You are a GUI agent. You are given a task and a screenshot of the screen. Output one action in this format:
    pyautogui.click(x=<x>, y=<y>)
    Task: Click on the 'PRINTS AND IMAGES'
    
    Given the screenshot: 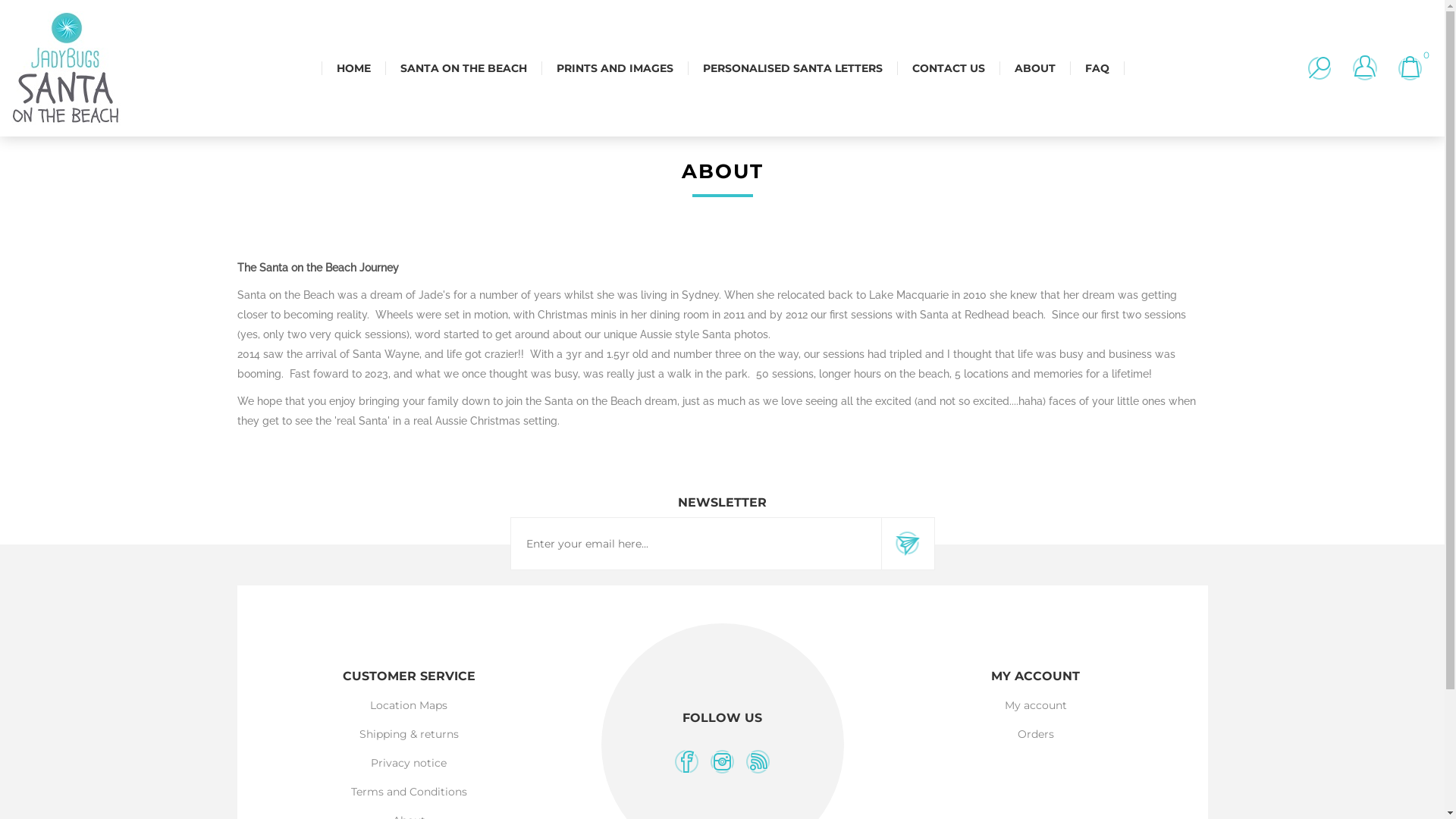 What is the action you would take?
    pyautogui.click(x=615, y=67)
    